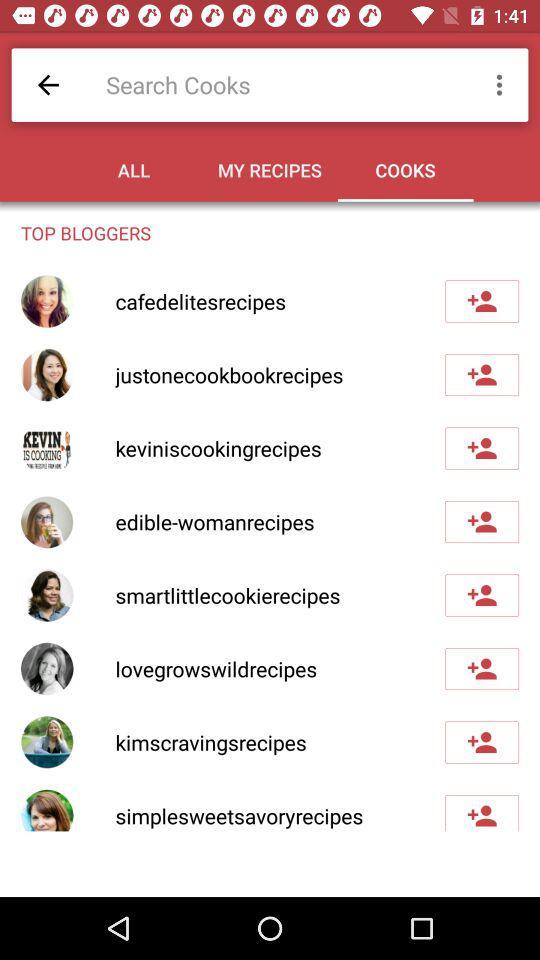 This screenshot has height=960, width=540. Describe the element at coordinates (481, 669) in the screenshot. I see `to add blogger` at that location.